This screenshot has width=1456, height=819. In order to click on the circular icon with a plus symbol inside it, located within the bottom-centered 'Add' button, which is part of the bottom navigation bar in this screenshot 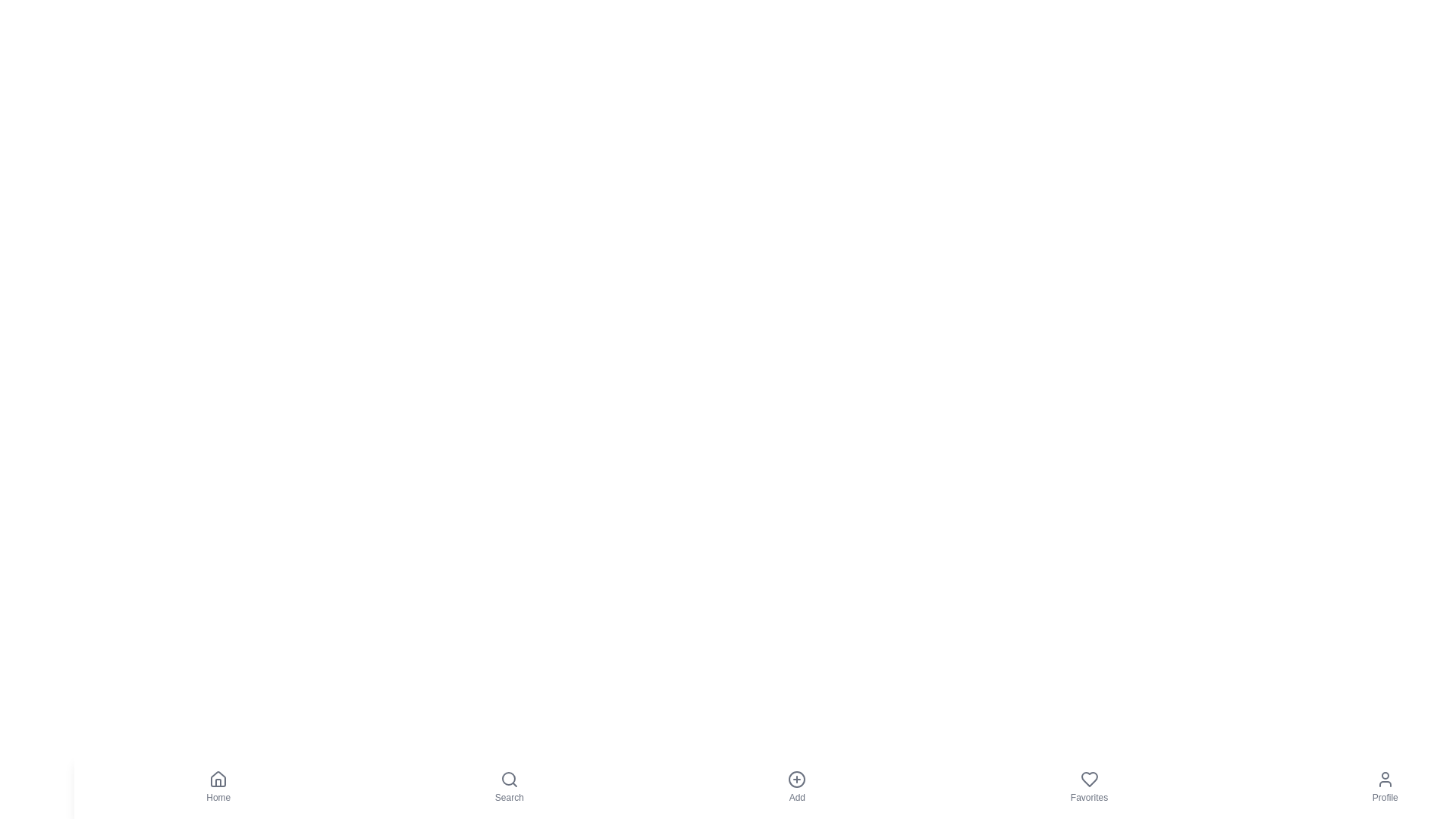, I will do `click(796, 780)`.